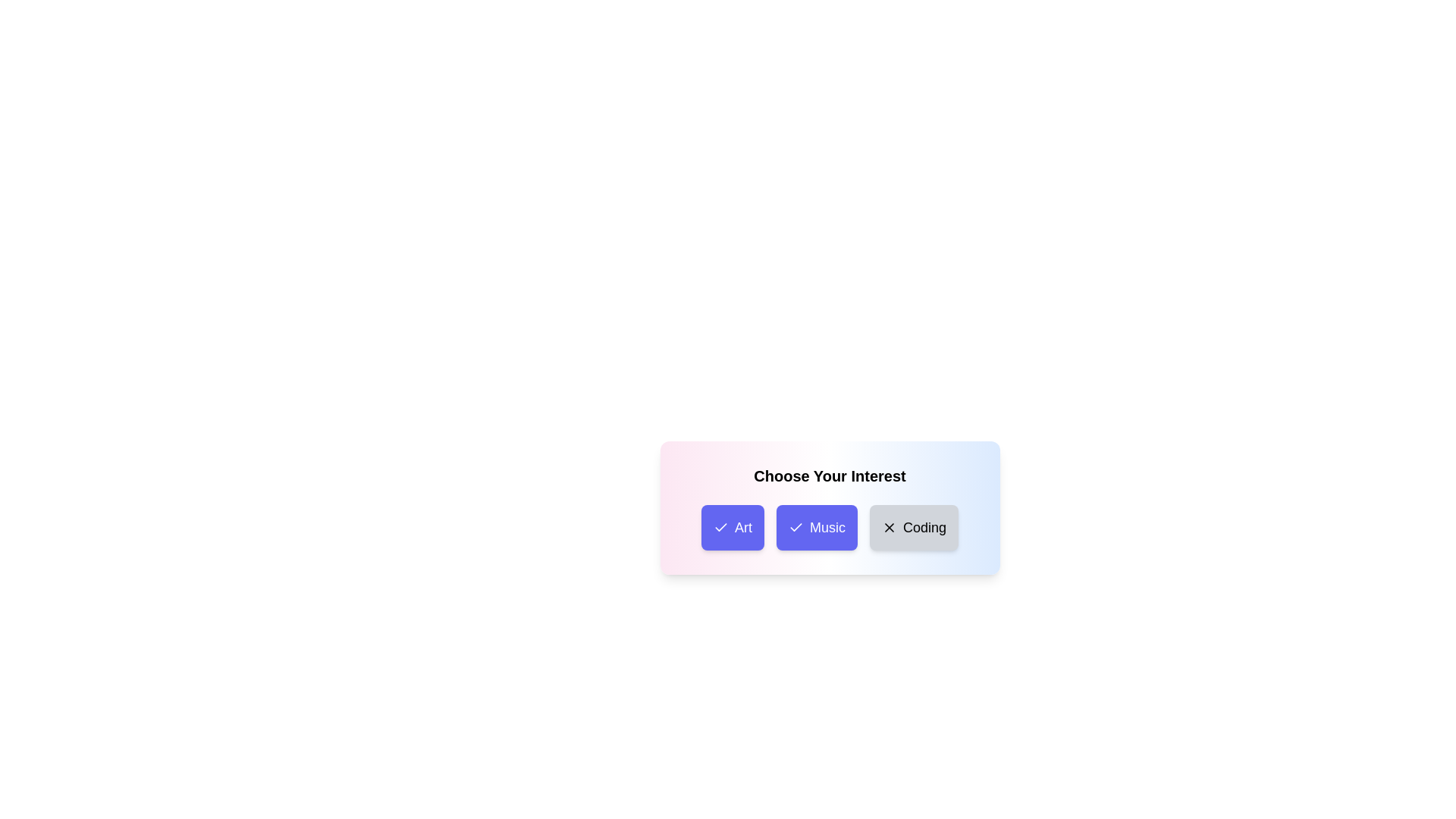 This screenshot has height=819, width=1456. I want to click on the category button labeled Music to observe the hover effect, so click(815, 526).